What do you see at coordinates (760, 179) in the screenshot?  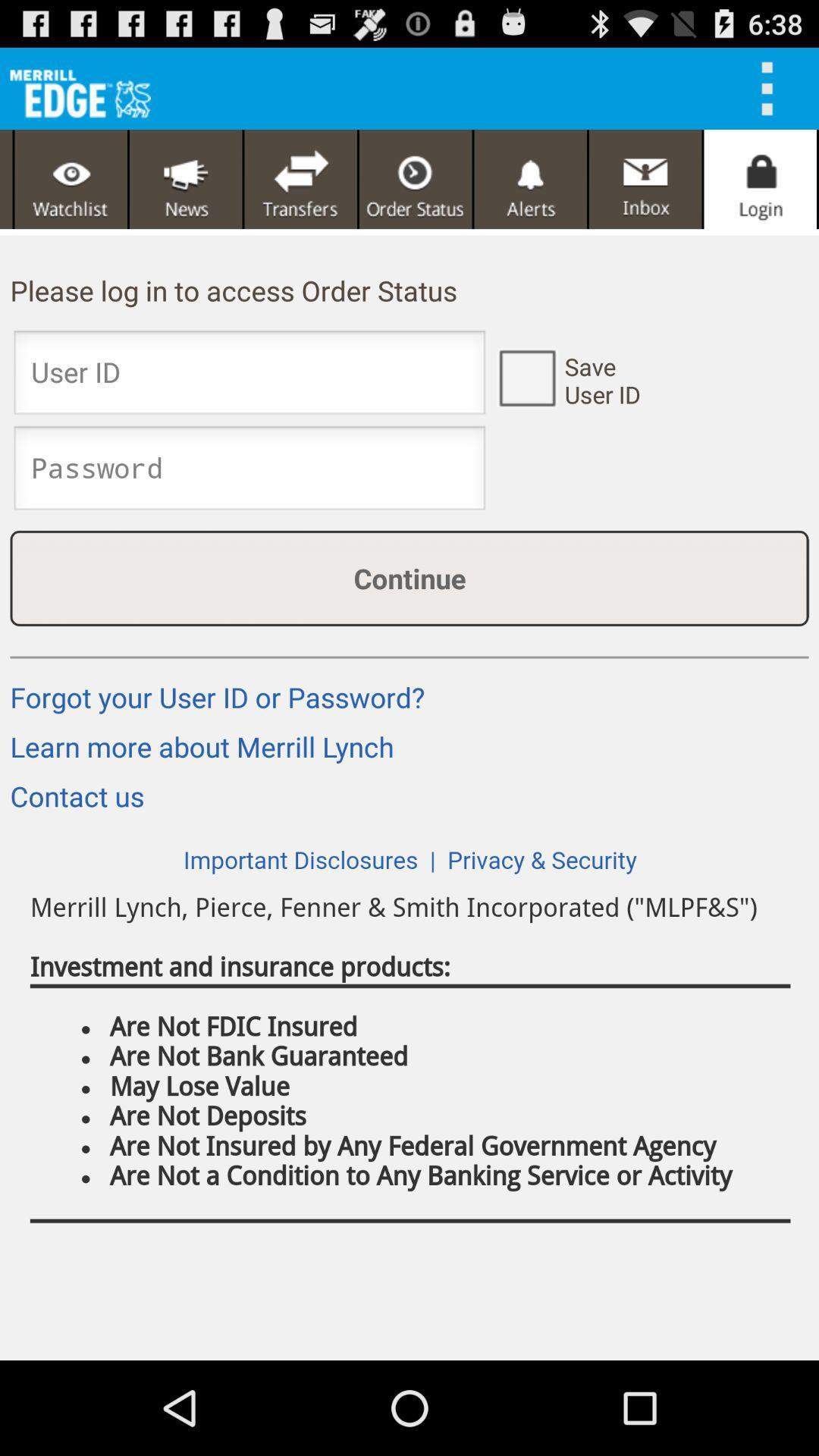 I see `login button` at bounding box center [760, 179].